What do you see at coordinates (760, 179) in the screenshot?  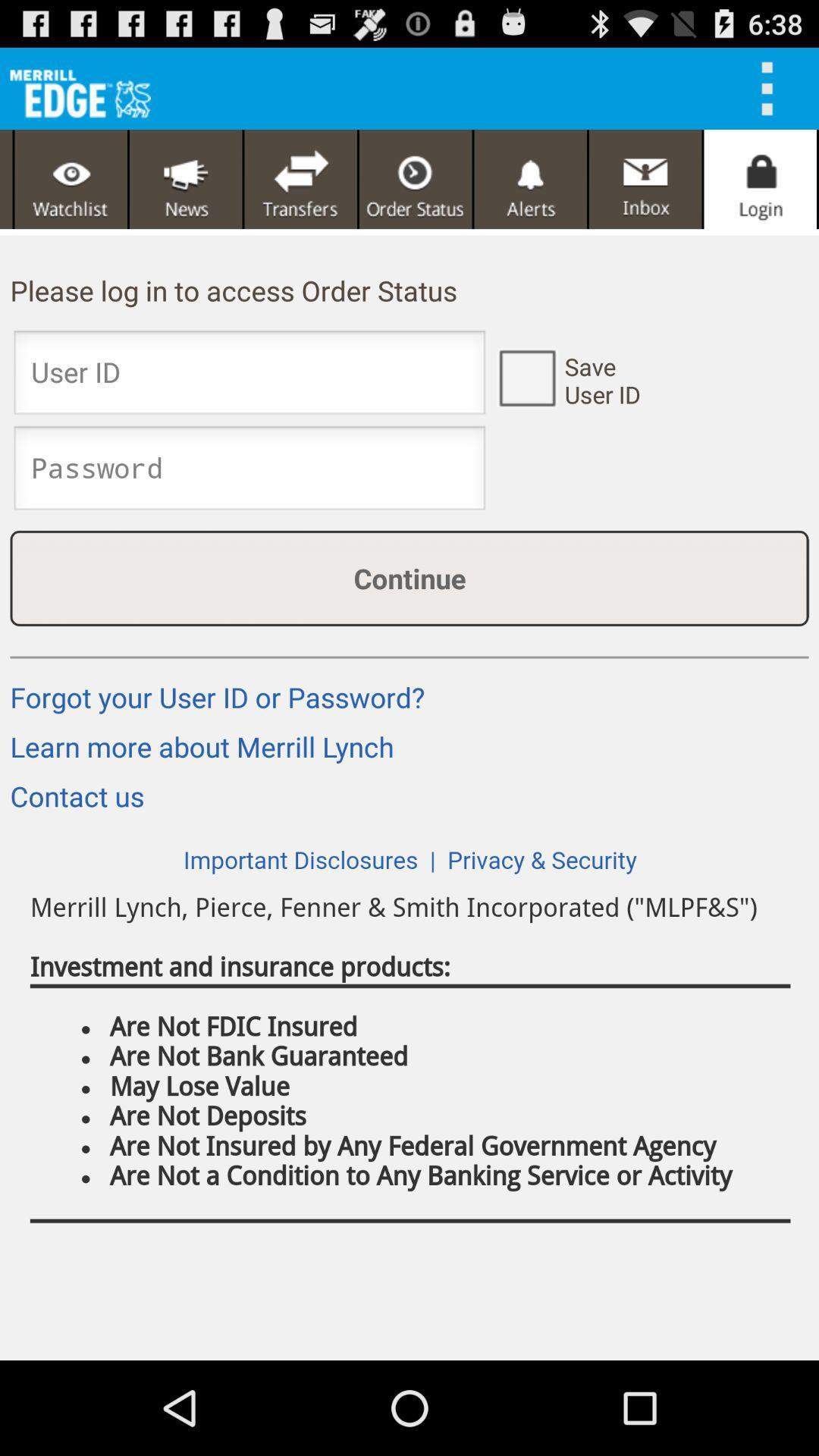 I see `login button` at bounding box center [760, 179].